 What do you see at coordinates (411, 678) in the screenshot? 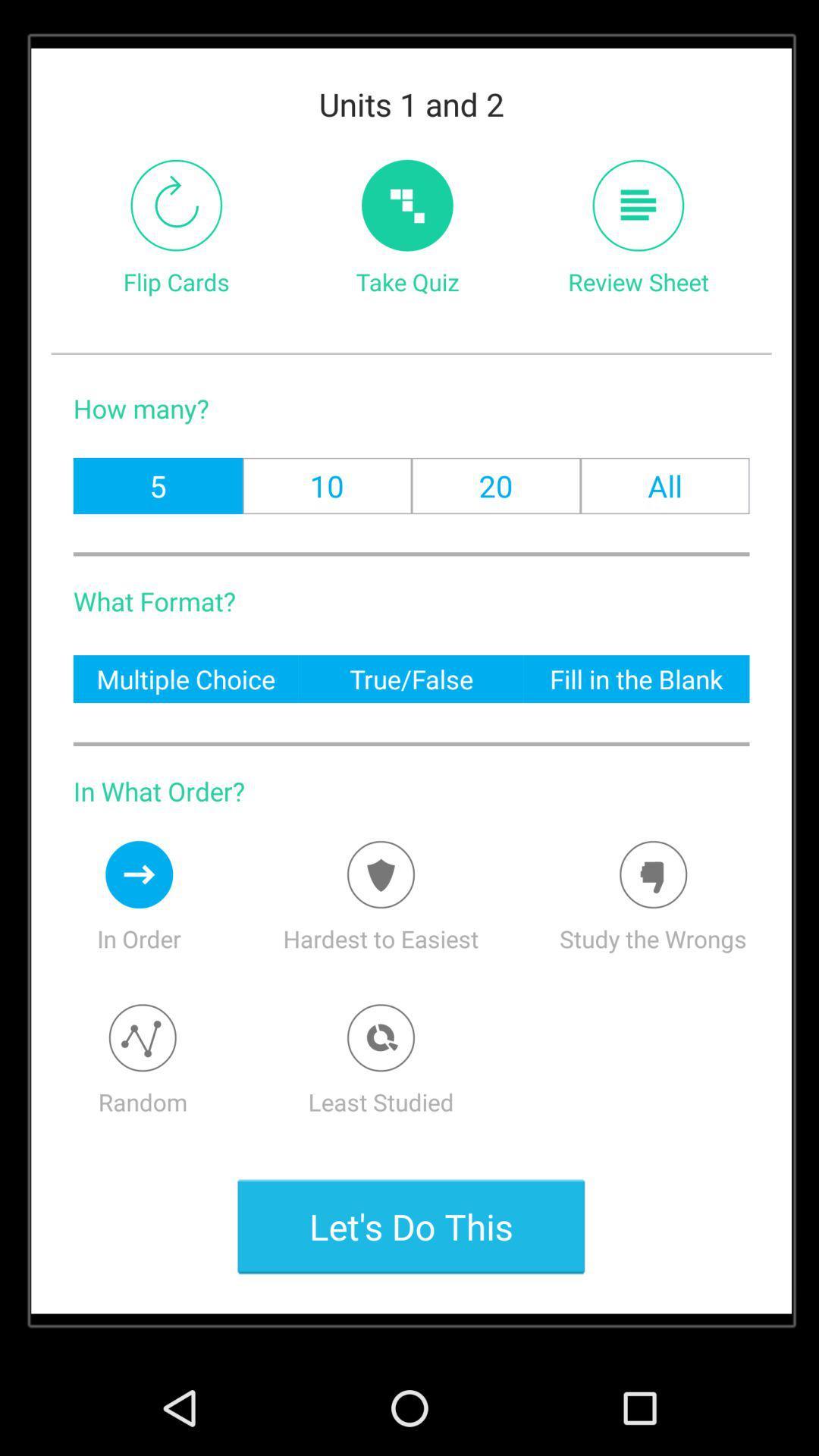
I see `the item next to the fill in the` at bounding box center [411, 678].